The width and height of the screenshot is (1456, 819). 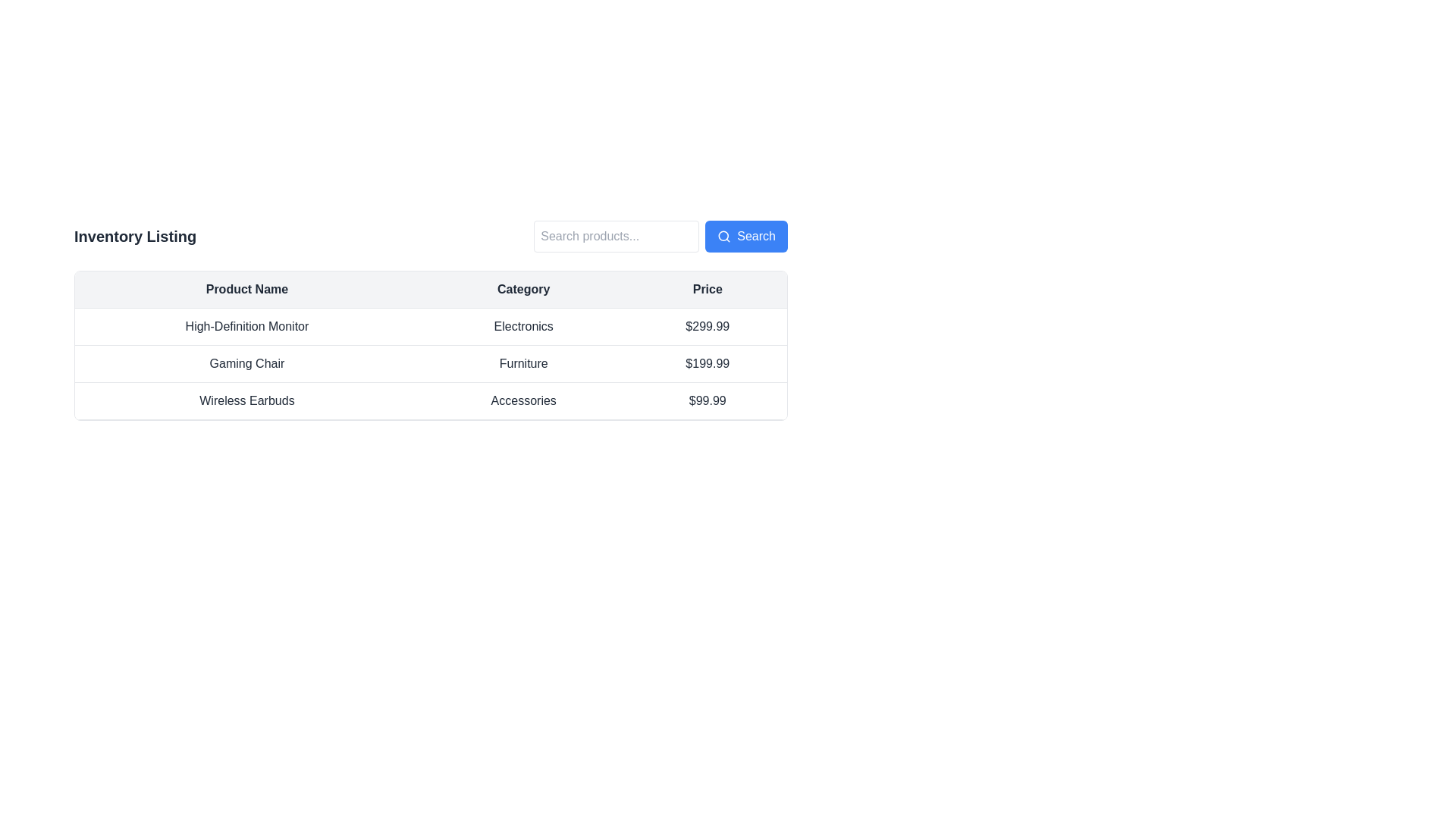 I want to click on the second row of the inventory table that displays 'Gaming Chair', 'Furniture', and '$199.99', so click(x=430, y=363).